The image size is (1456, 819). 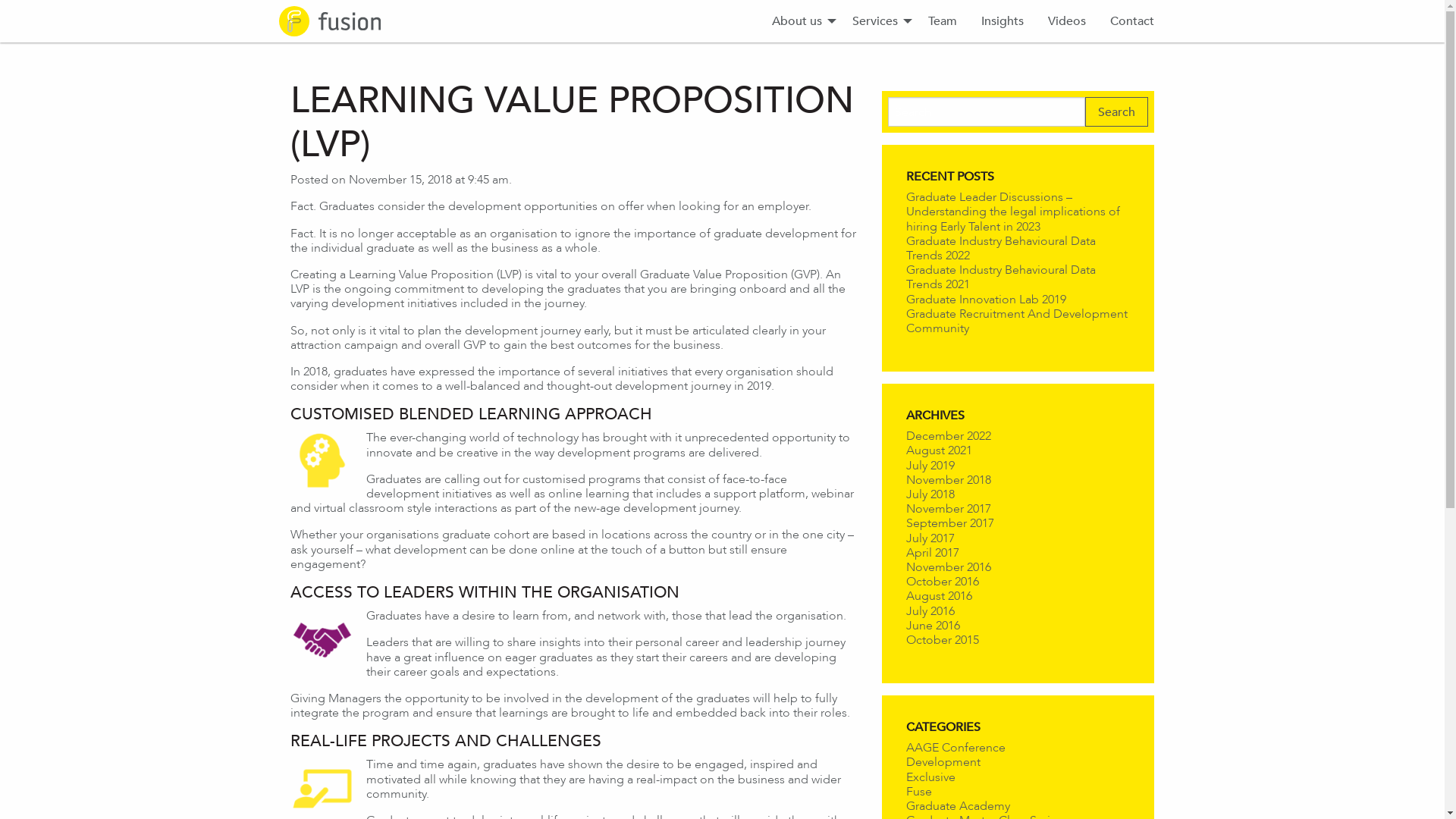 I want to click on 'Services', so click(x=839, y=20).